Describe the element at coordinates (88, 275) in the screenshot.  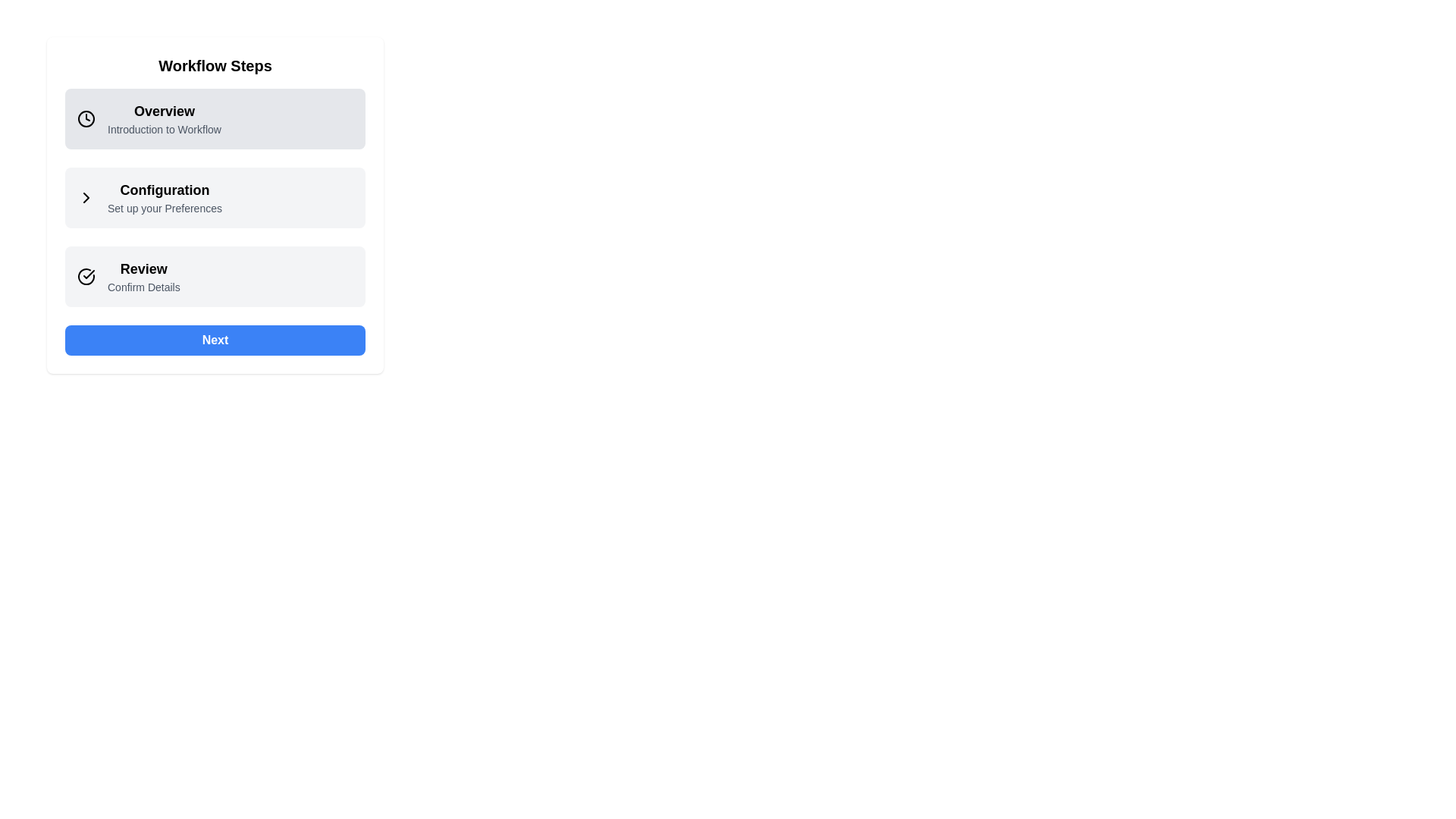
I see `the circular icon indicating the completion of the 'Review' step located to the left of the 'Review' text in the 'Workflow Steps' section` at that location.